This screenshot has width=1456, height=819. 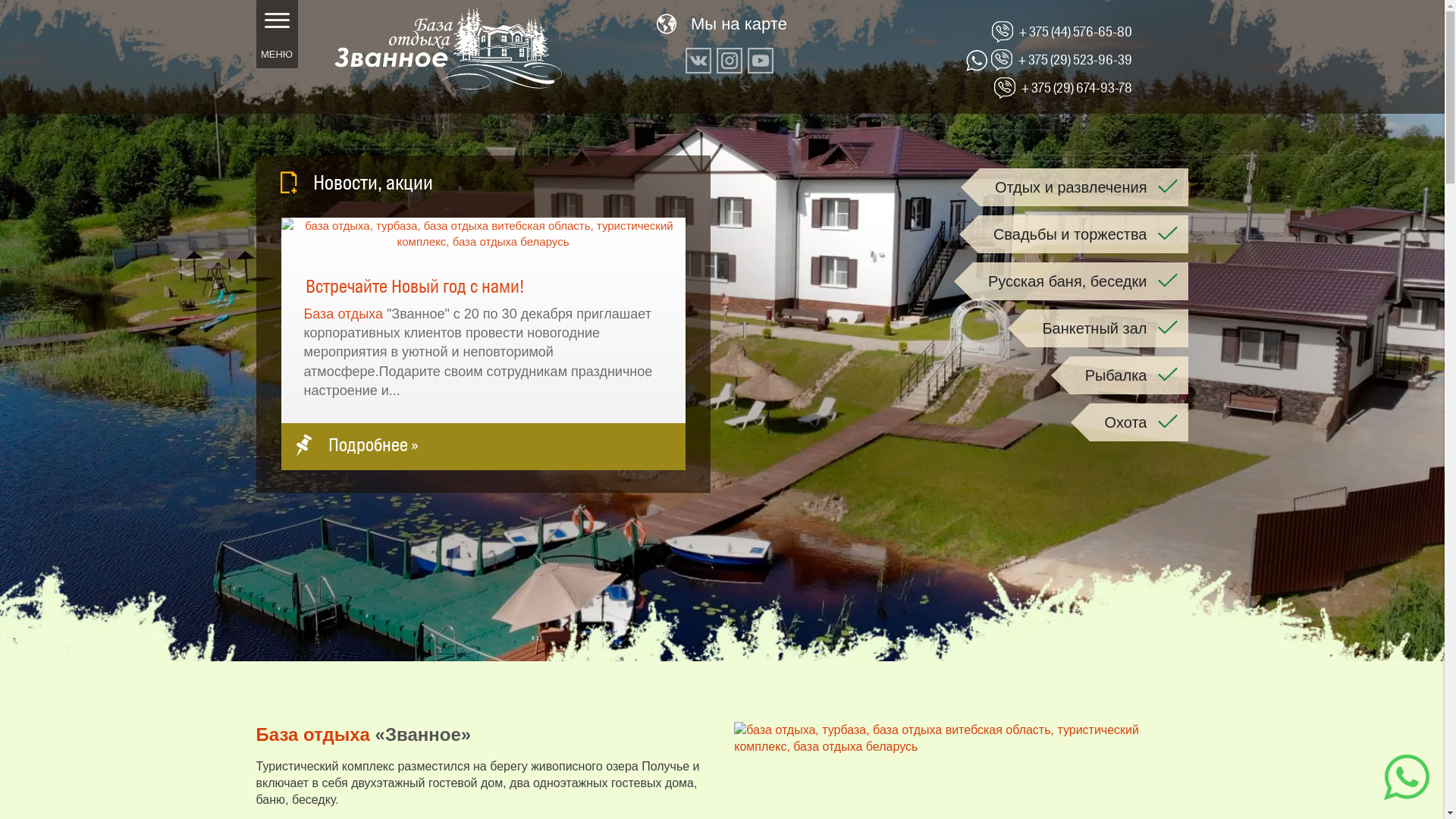 I want to click on '+ 375 (29) 674-93-78', so click(x=1076, y=87).